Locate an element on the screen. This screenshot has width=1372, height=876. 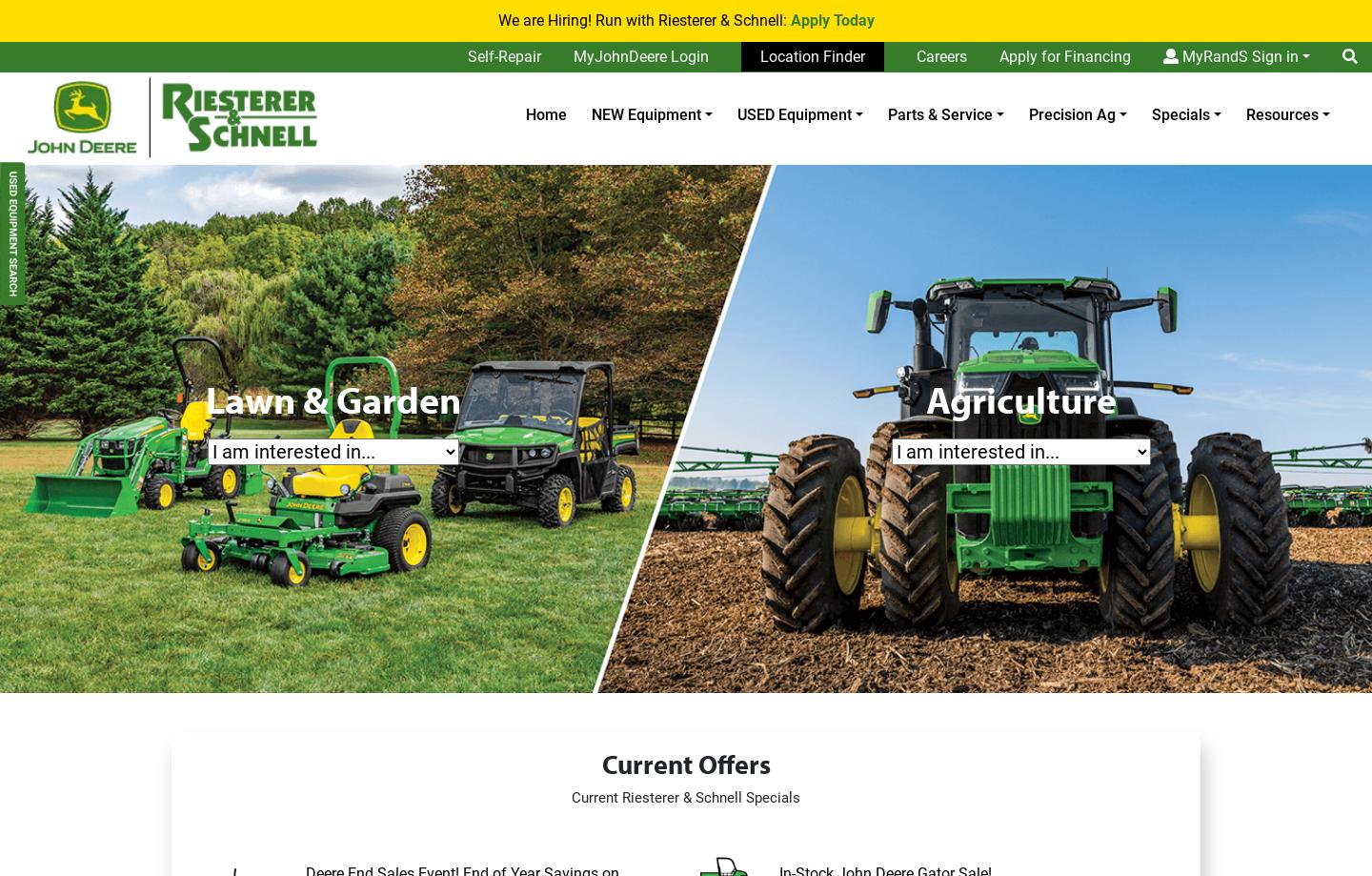
'MyJohnDeere Login' is located at coordinates (640, 56).